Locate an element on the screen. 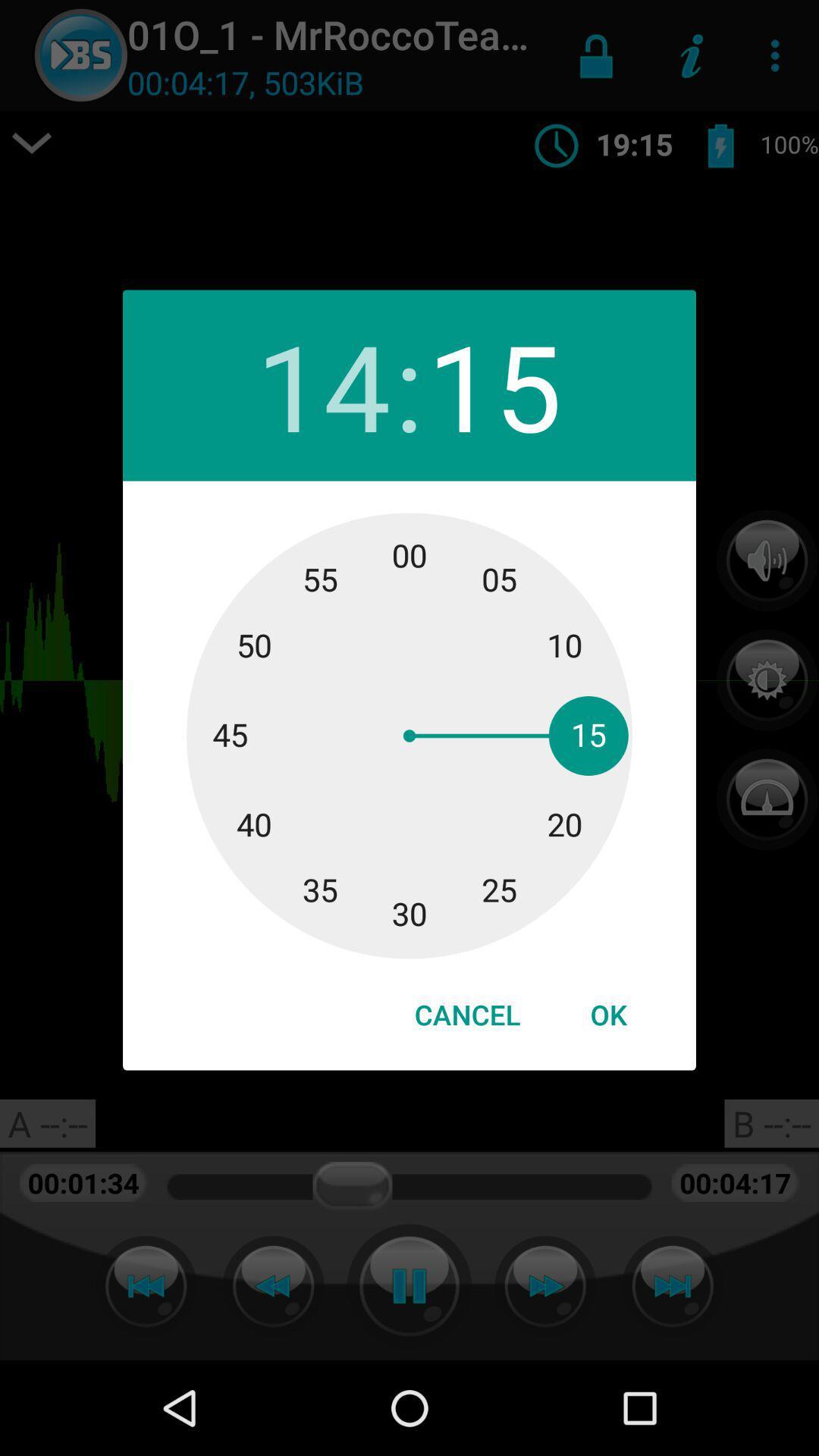  the icon at the bottom right corner is located at coordinates (607, 1015).